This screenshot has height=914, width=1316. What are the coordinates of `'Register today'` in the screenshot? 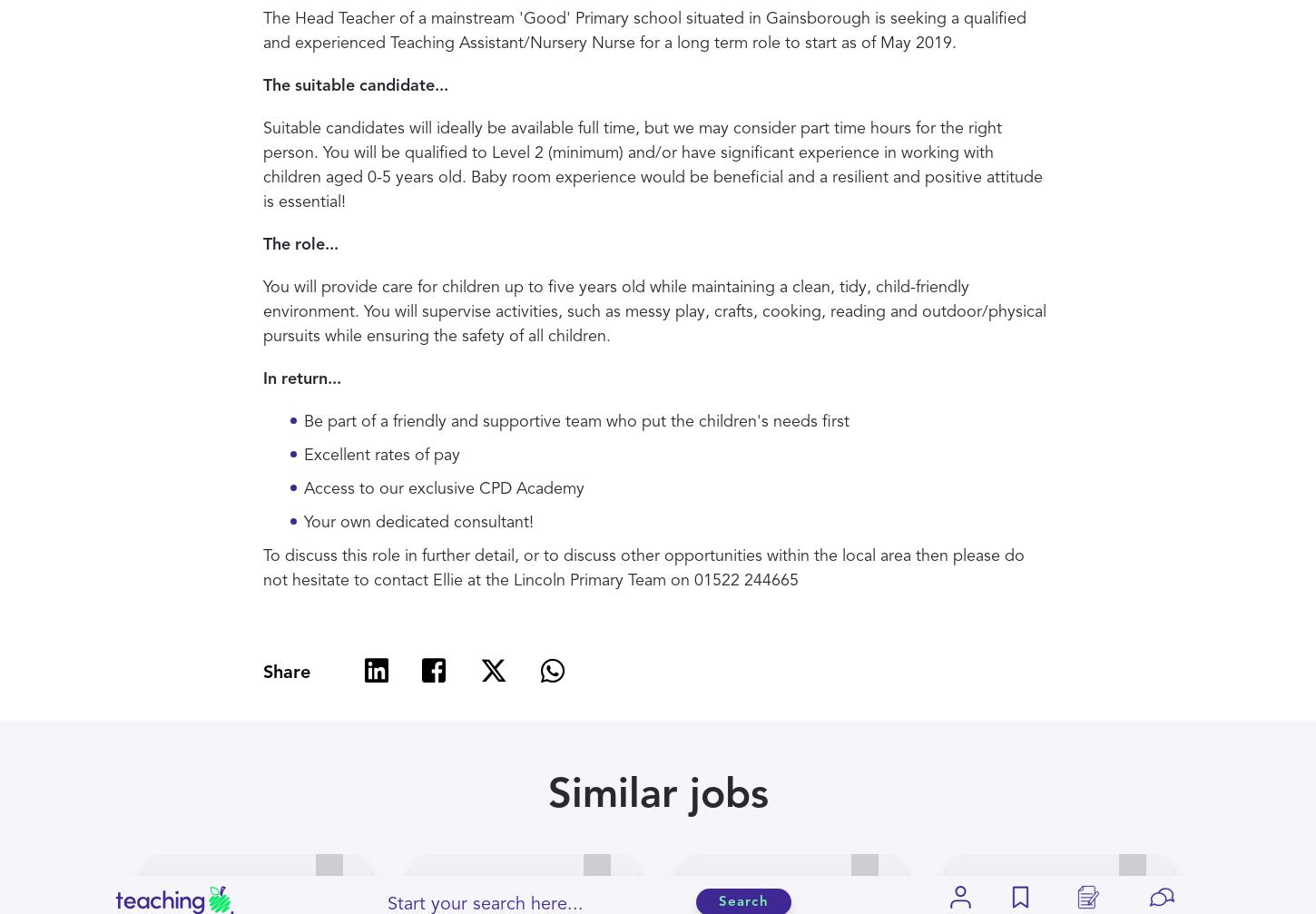 It's located at (656, 334).